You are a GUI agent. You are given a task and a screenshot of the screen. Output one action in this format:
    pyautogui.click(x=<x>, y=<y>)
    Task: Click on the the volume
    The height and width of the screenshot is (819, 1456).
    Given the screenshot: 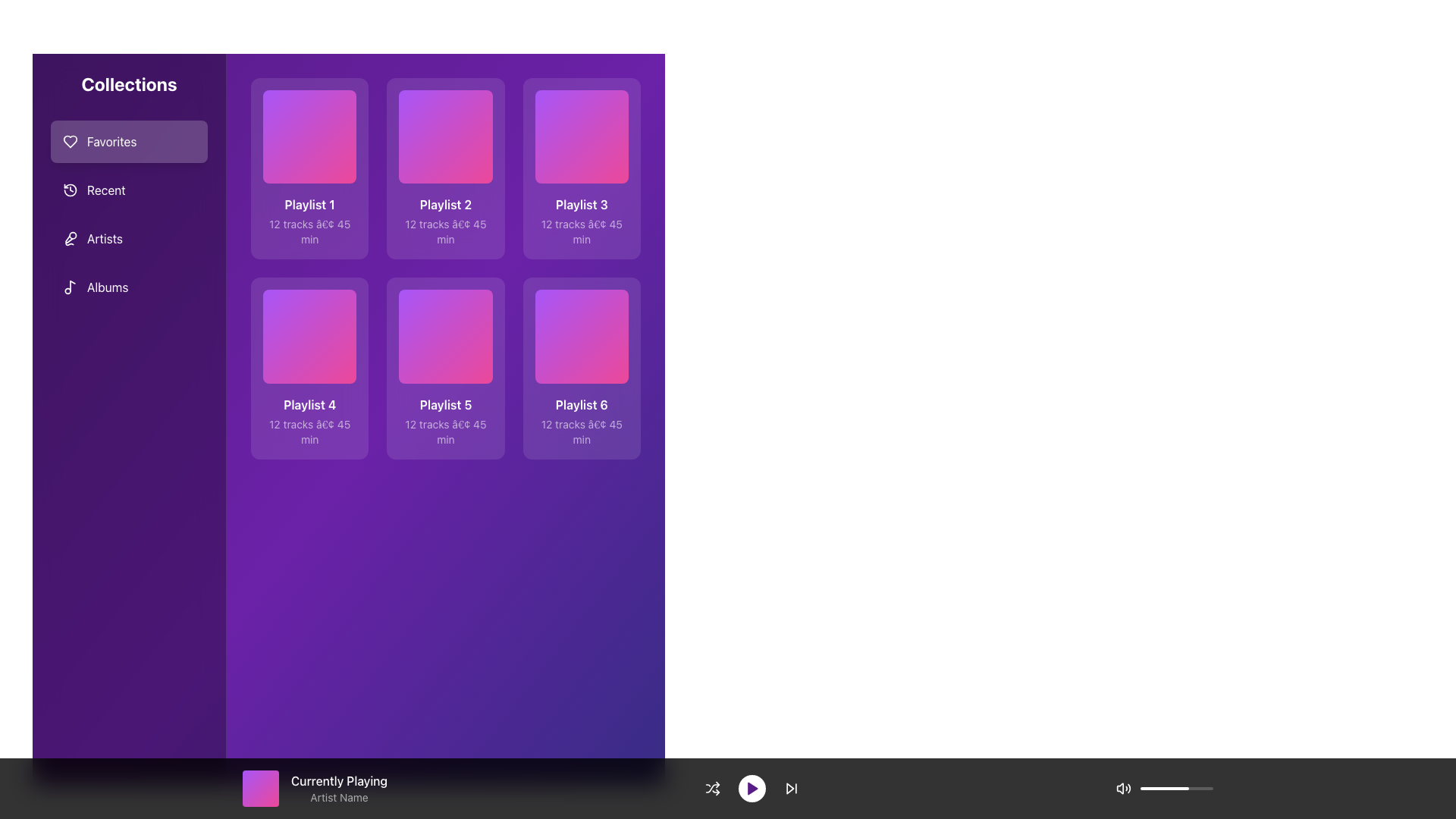 What is the action you would take?
    pyautogui.click(x=1203, y=788)
    